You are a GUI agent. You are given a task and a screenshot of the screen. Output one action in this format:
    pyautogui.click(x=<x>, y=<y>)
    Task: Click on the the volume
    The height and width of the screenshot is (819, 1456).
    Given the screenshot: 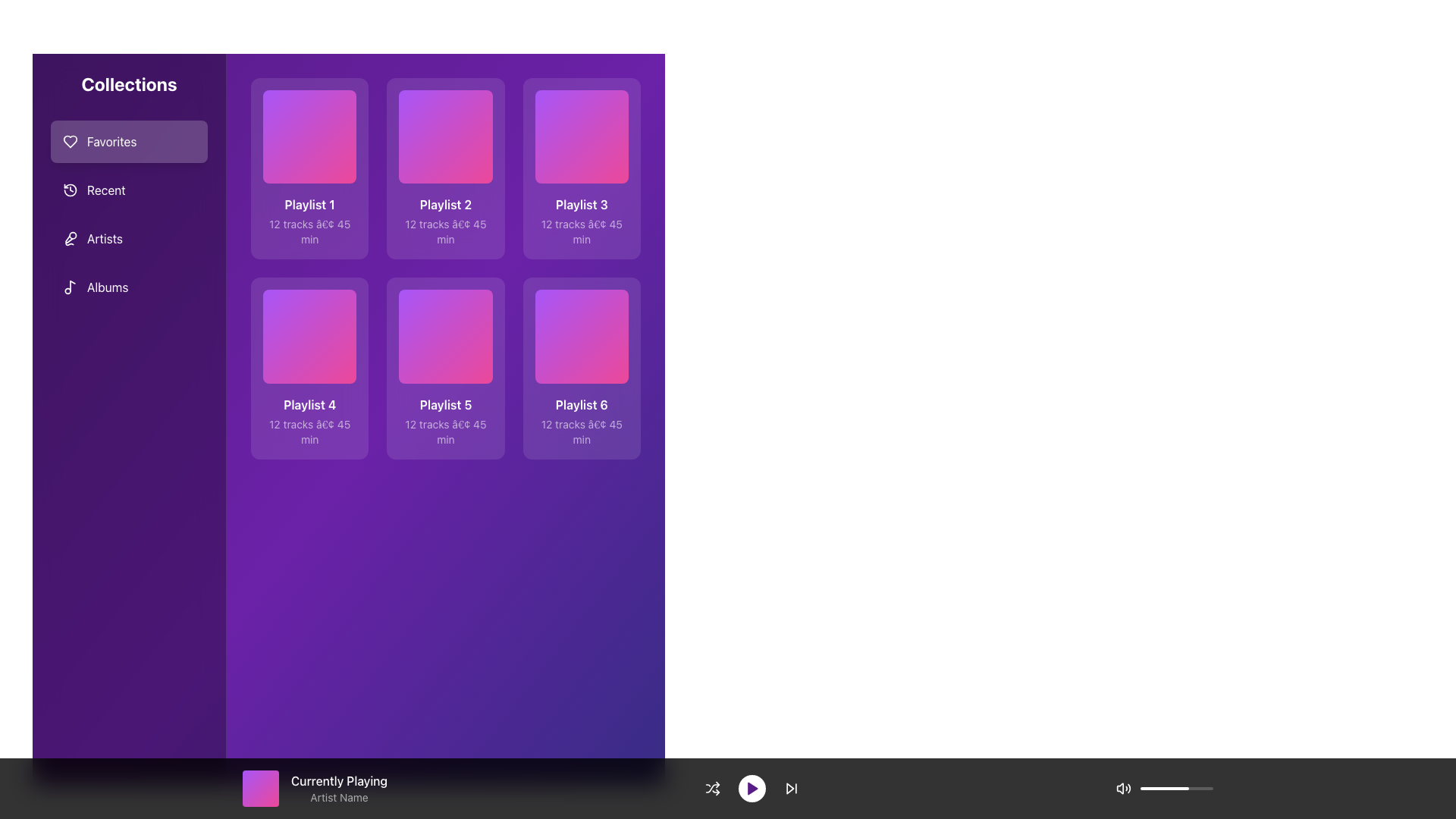 What is the action you would take?
    pyautogui.click(x=1203, y=788)
    